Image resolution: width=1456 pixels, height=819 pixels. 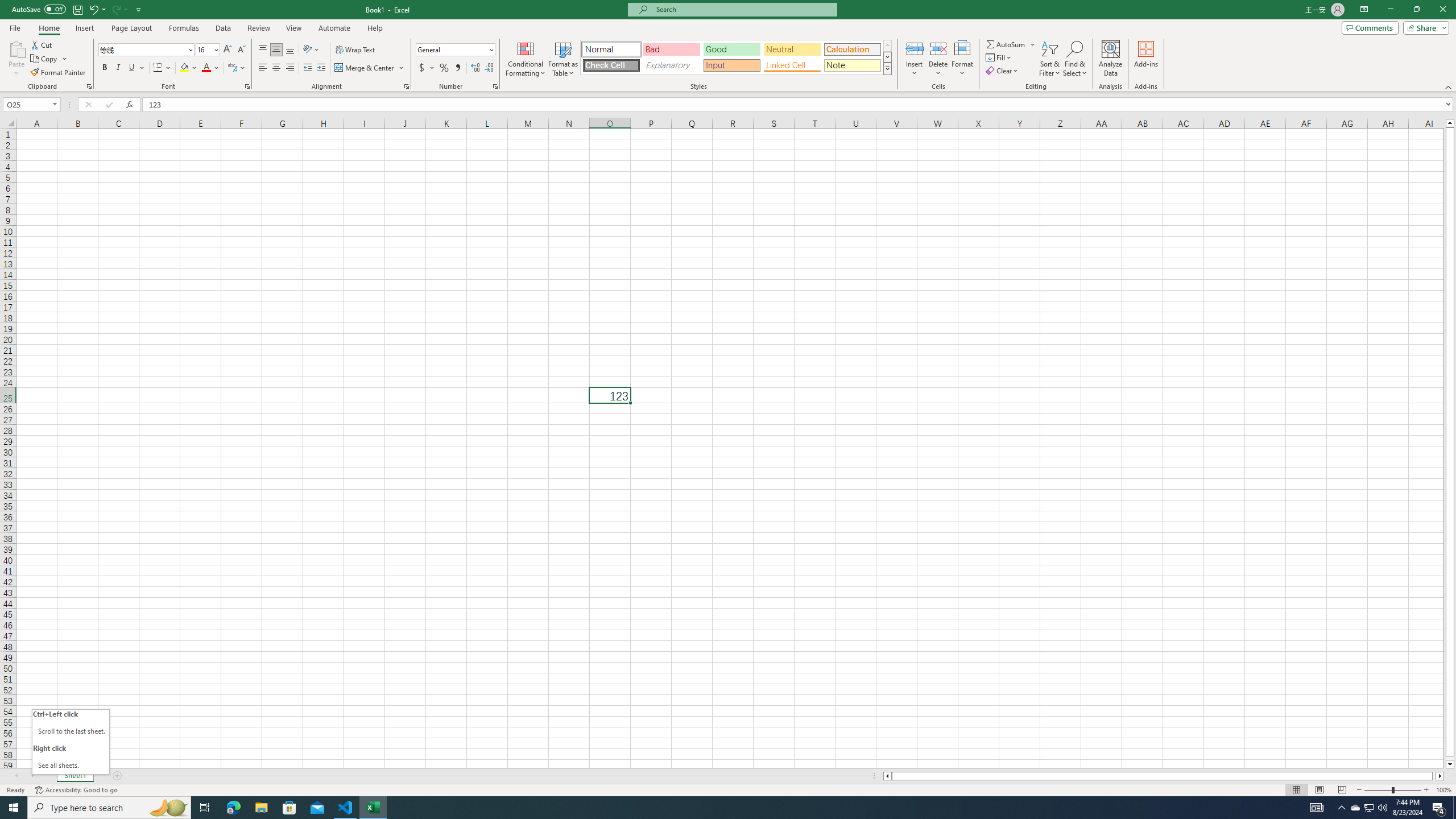 What do you see at coordinates (452, 49) in the screenshot?
I see `'Number Format'` at bounding box center [452, 49].